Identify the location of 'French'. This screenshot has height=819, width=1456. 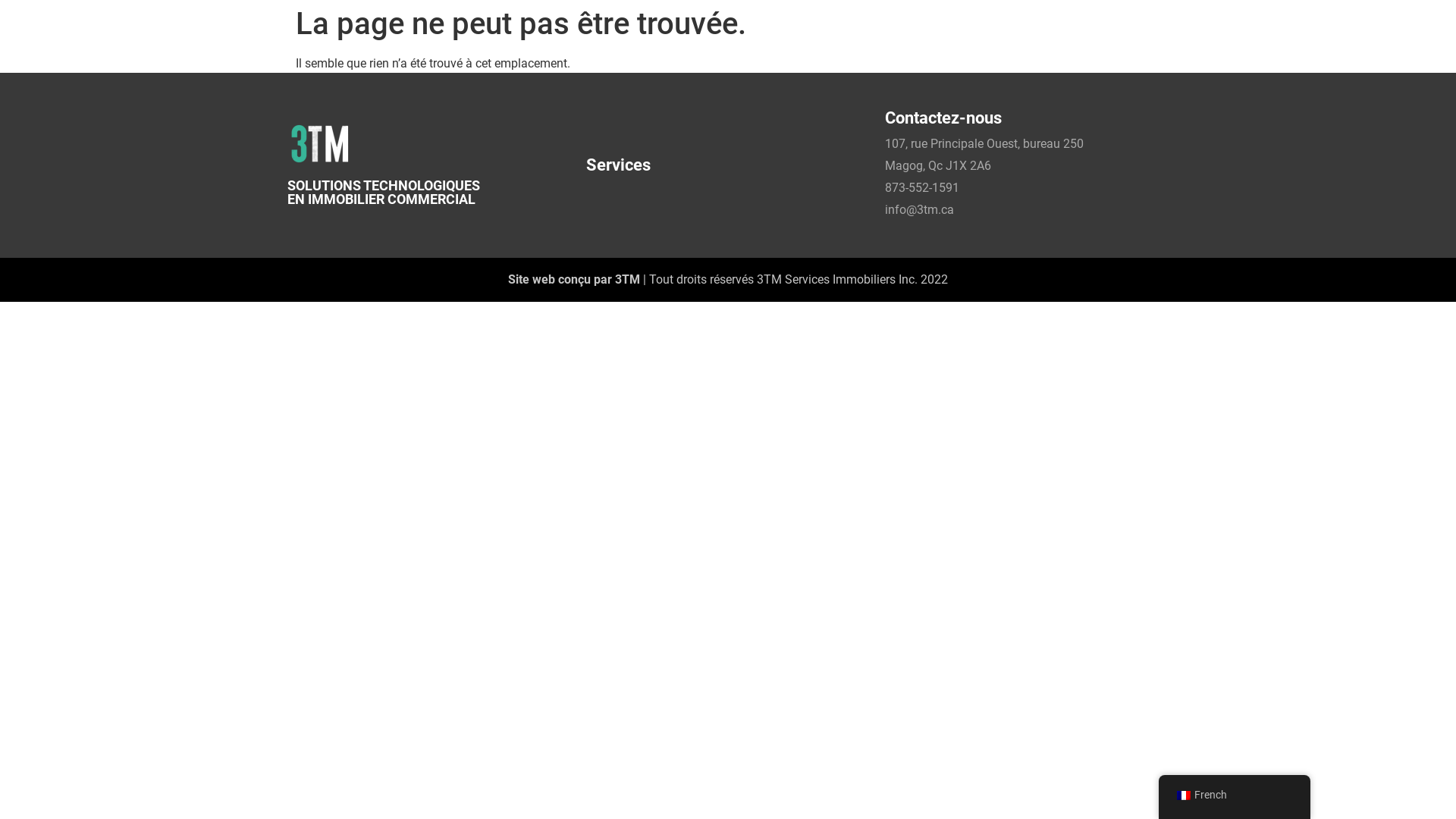
(1234, 795).